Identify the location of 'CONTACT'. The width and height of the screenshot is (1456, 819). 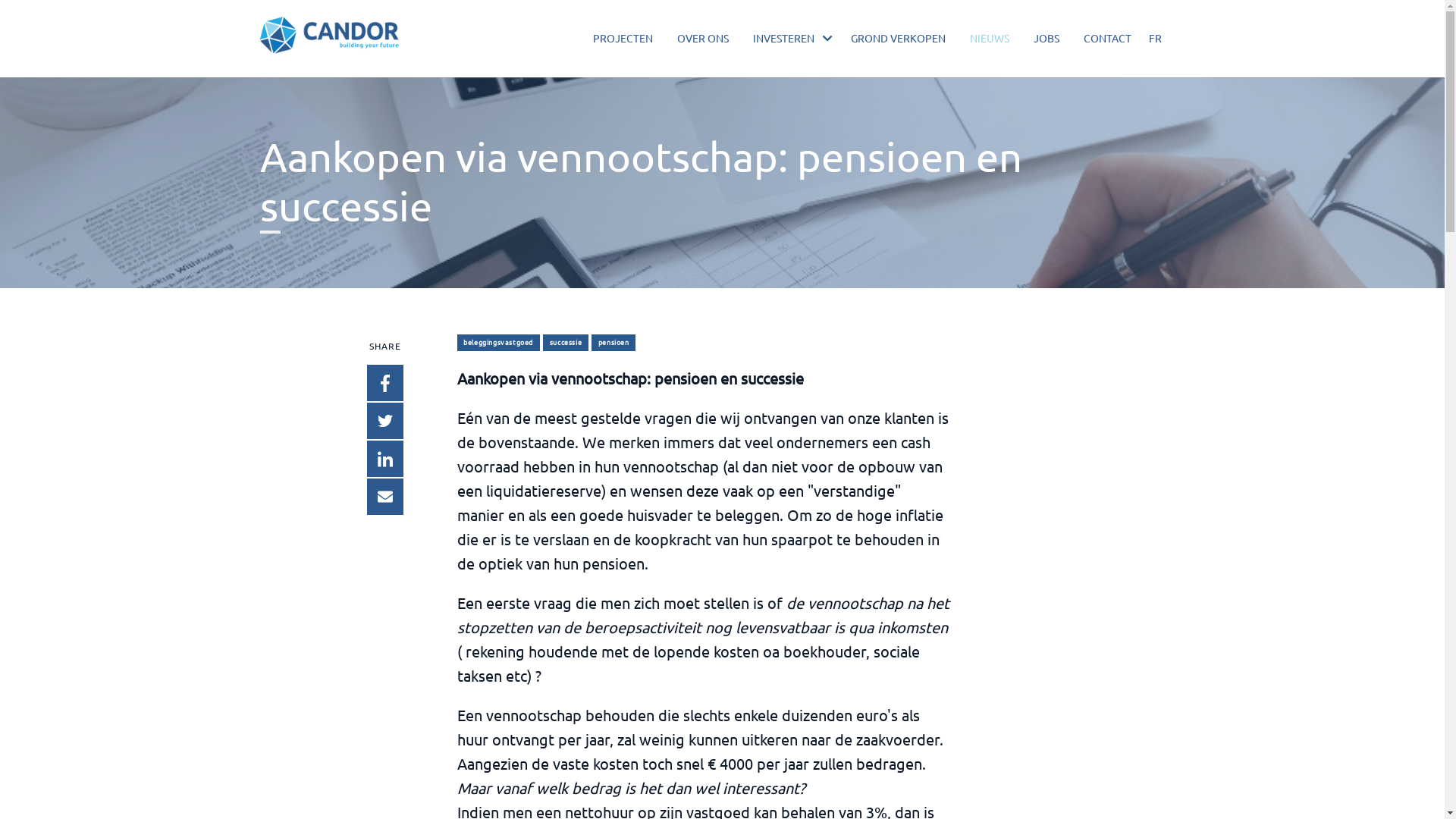
(1107, 37).